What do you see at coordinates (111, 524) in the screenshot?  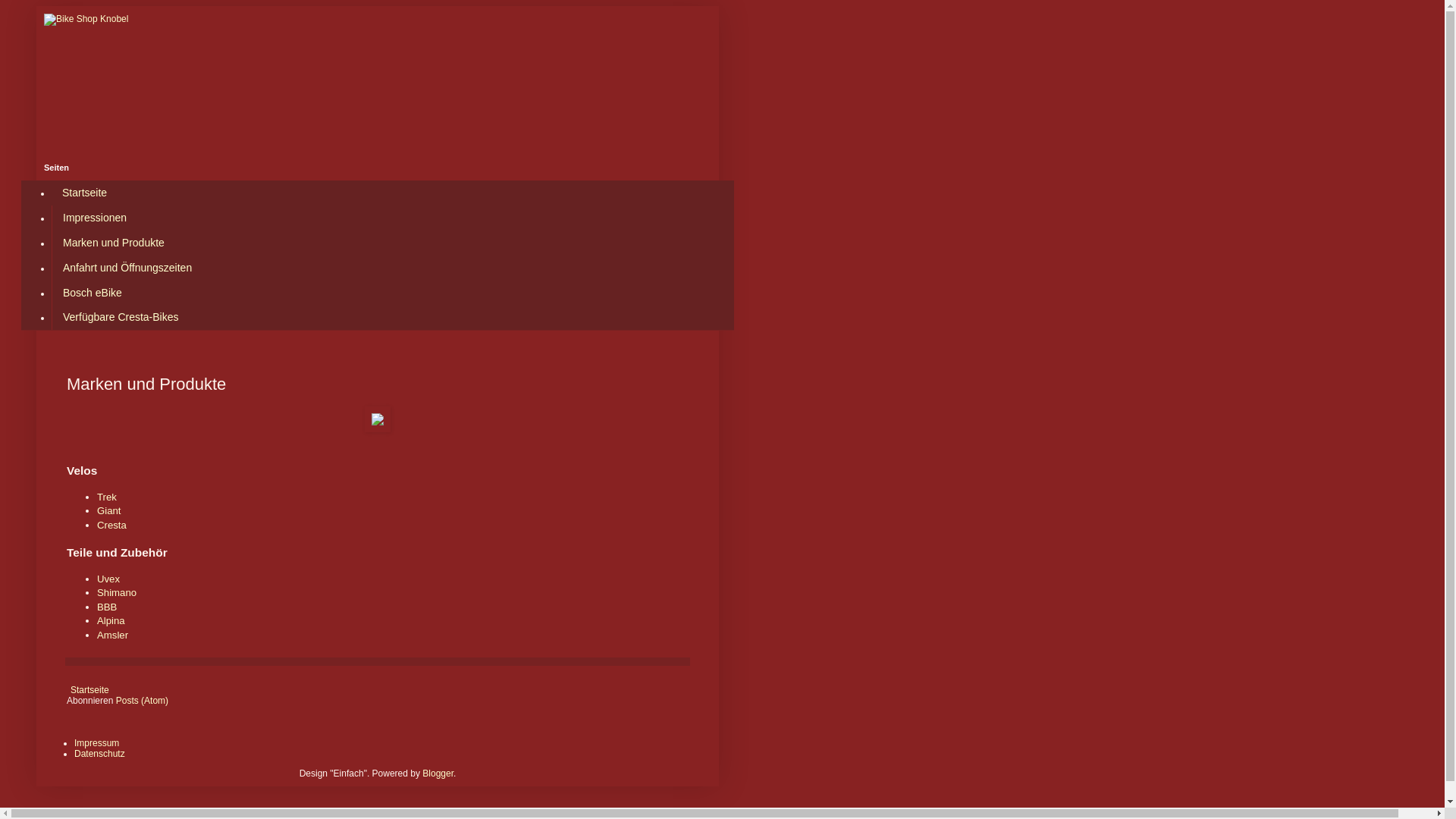 I see `'Cresta'` at bounding box center [111, 524].